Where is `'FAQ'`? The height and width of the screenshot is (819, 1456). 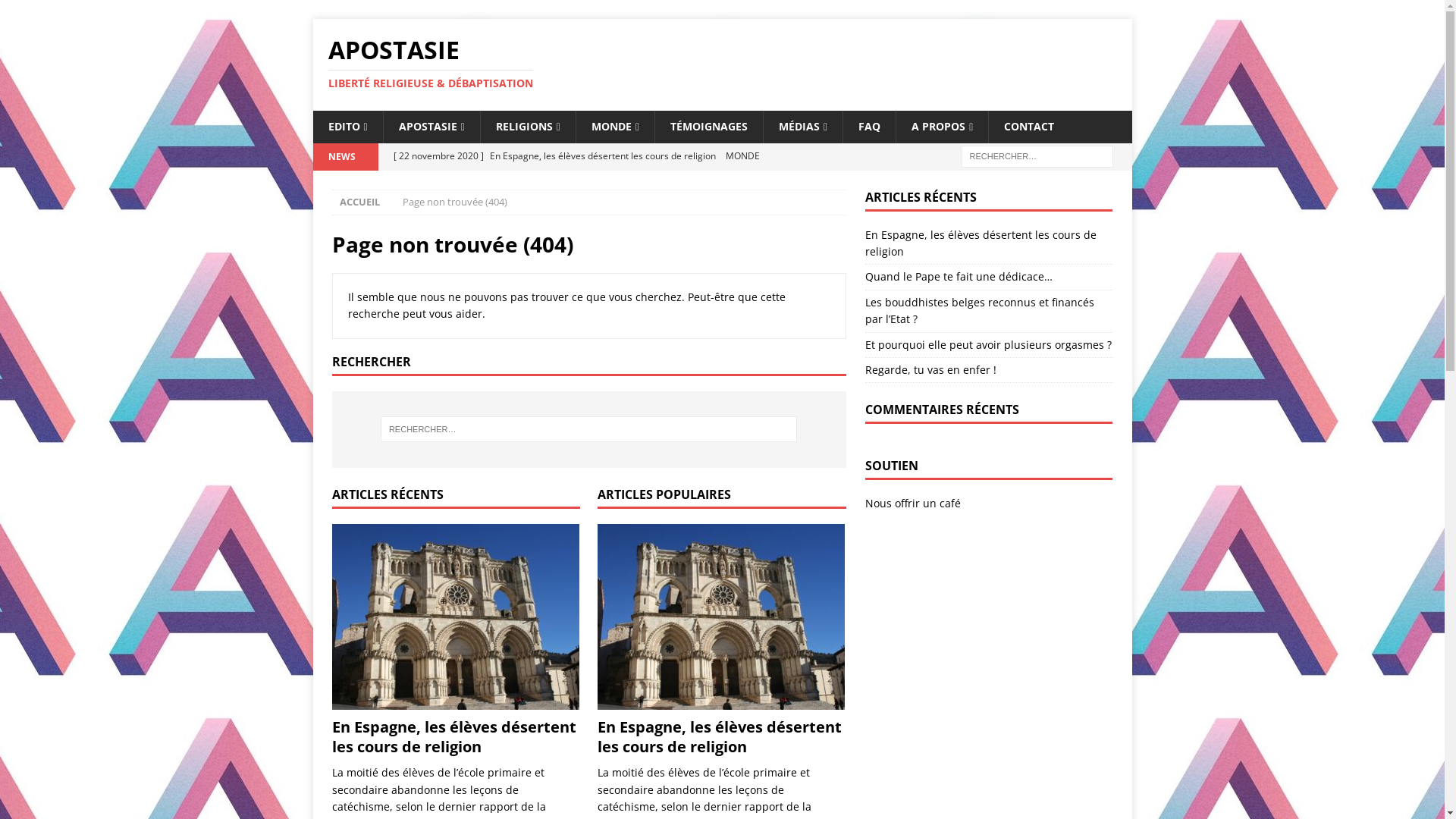 'FAQ' is located at coordinates (841, 125).